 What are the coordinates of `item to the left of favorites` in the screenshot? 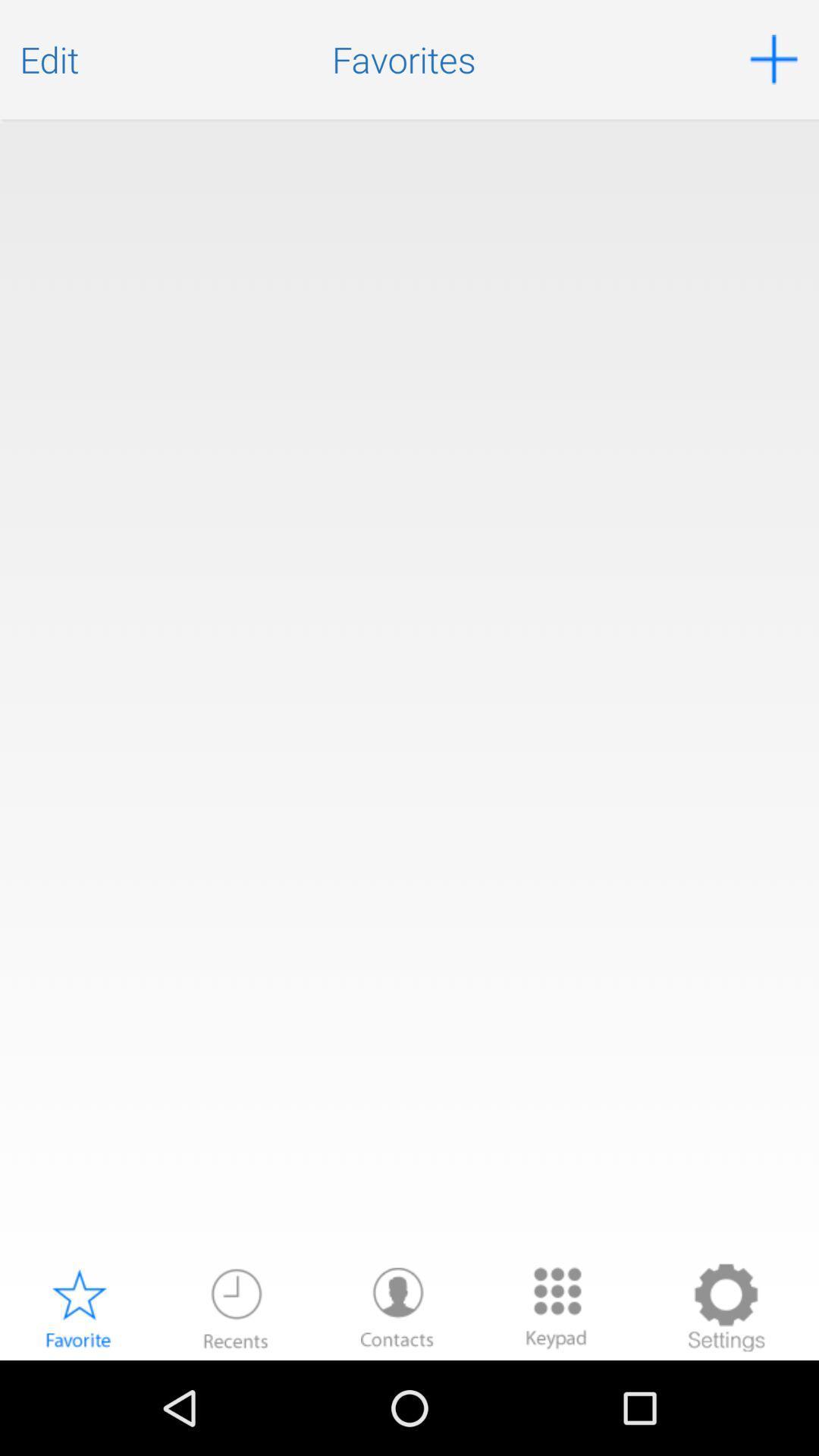 It's located at (49, 59).